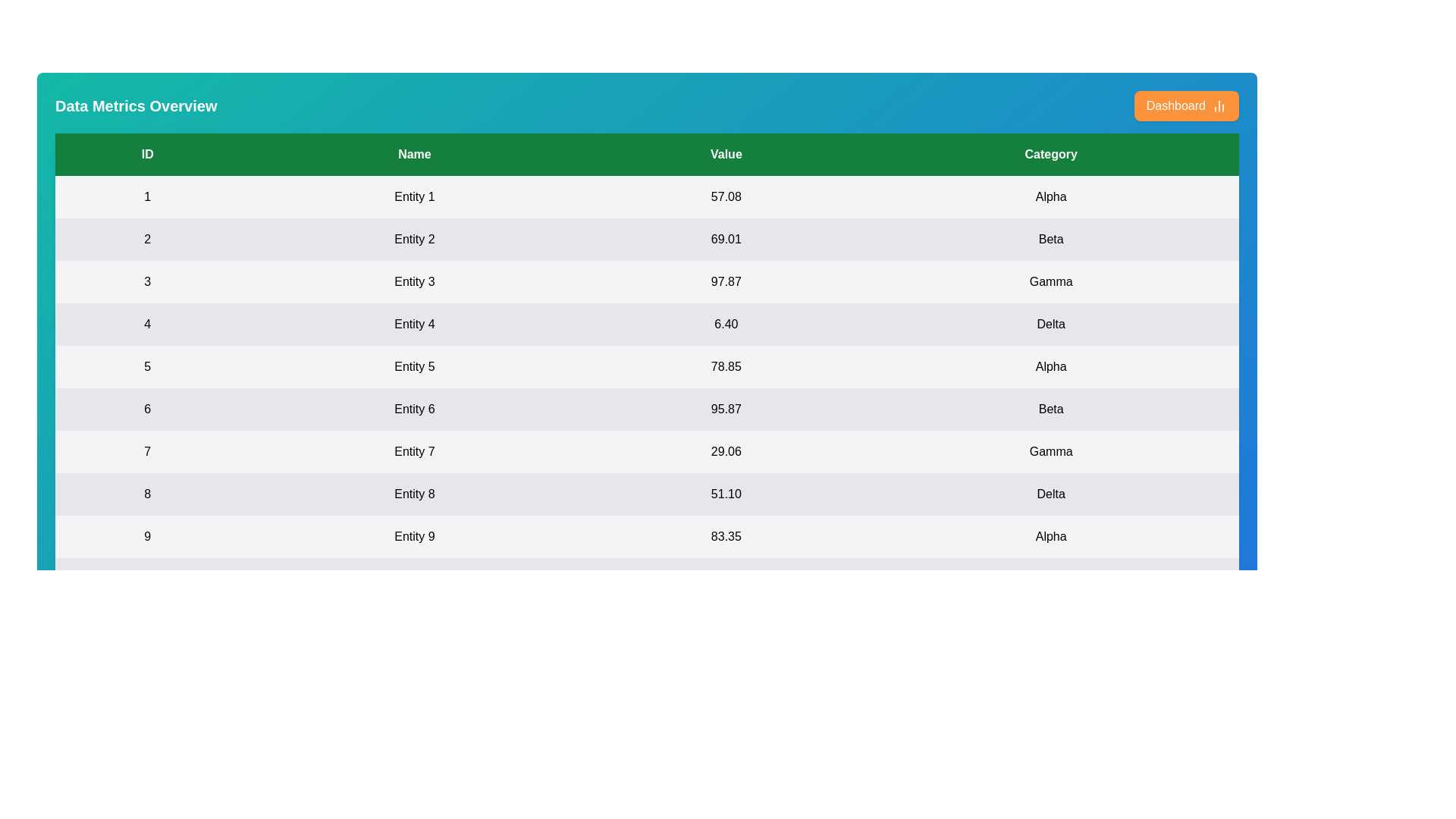  Describe the element at coordinates (647, 281) in the screenshot. I see `the row corresponding to 3` at that location.